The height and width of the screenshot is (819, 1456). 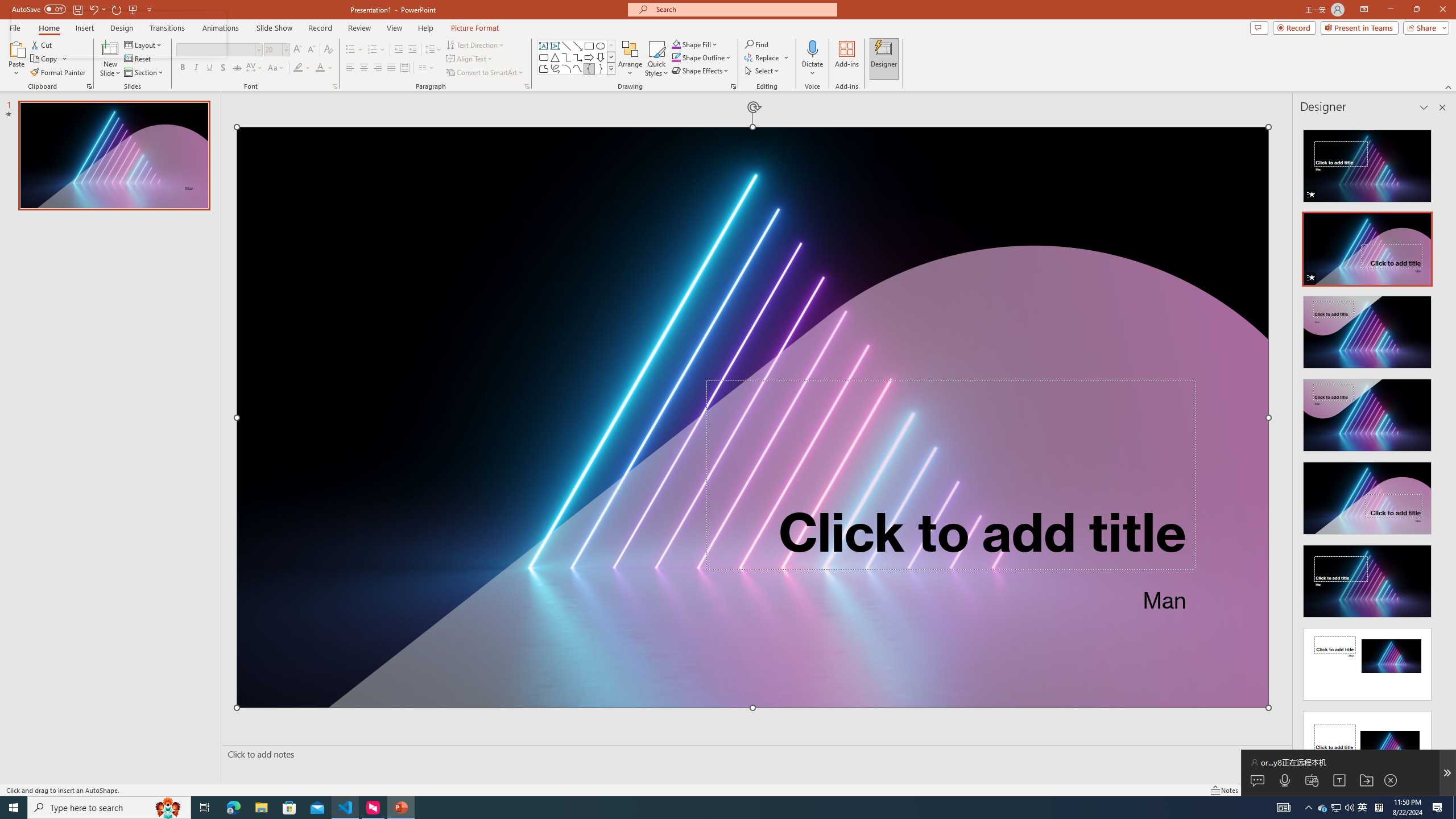 I want to click on 'Font', so click(x=215, y=49).